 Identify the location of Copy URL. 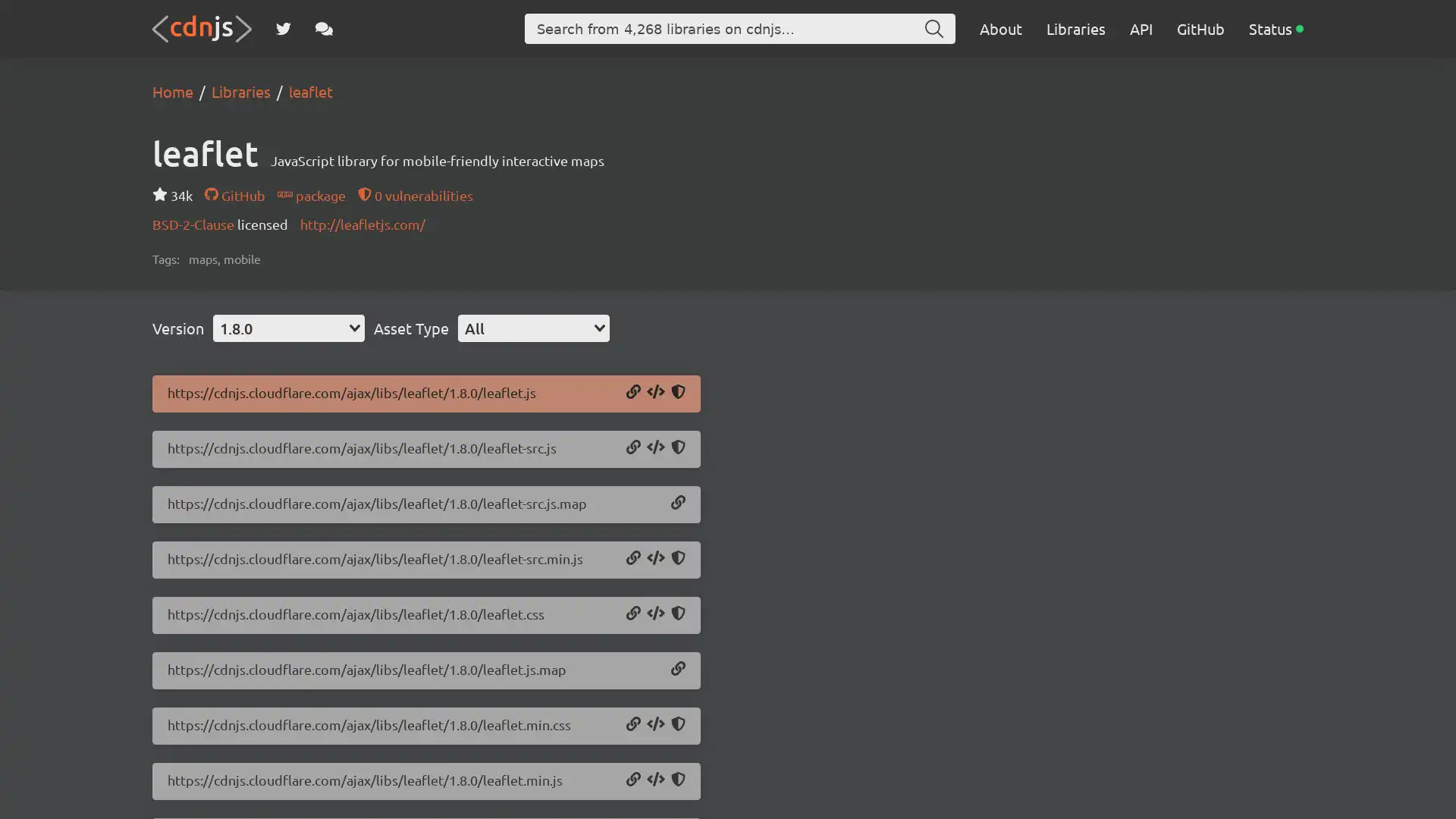
(633, 614).